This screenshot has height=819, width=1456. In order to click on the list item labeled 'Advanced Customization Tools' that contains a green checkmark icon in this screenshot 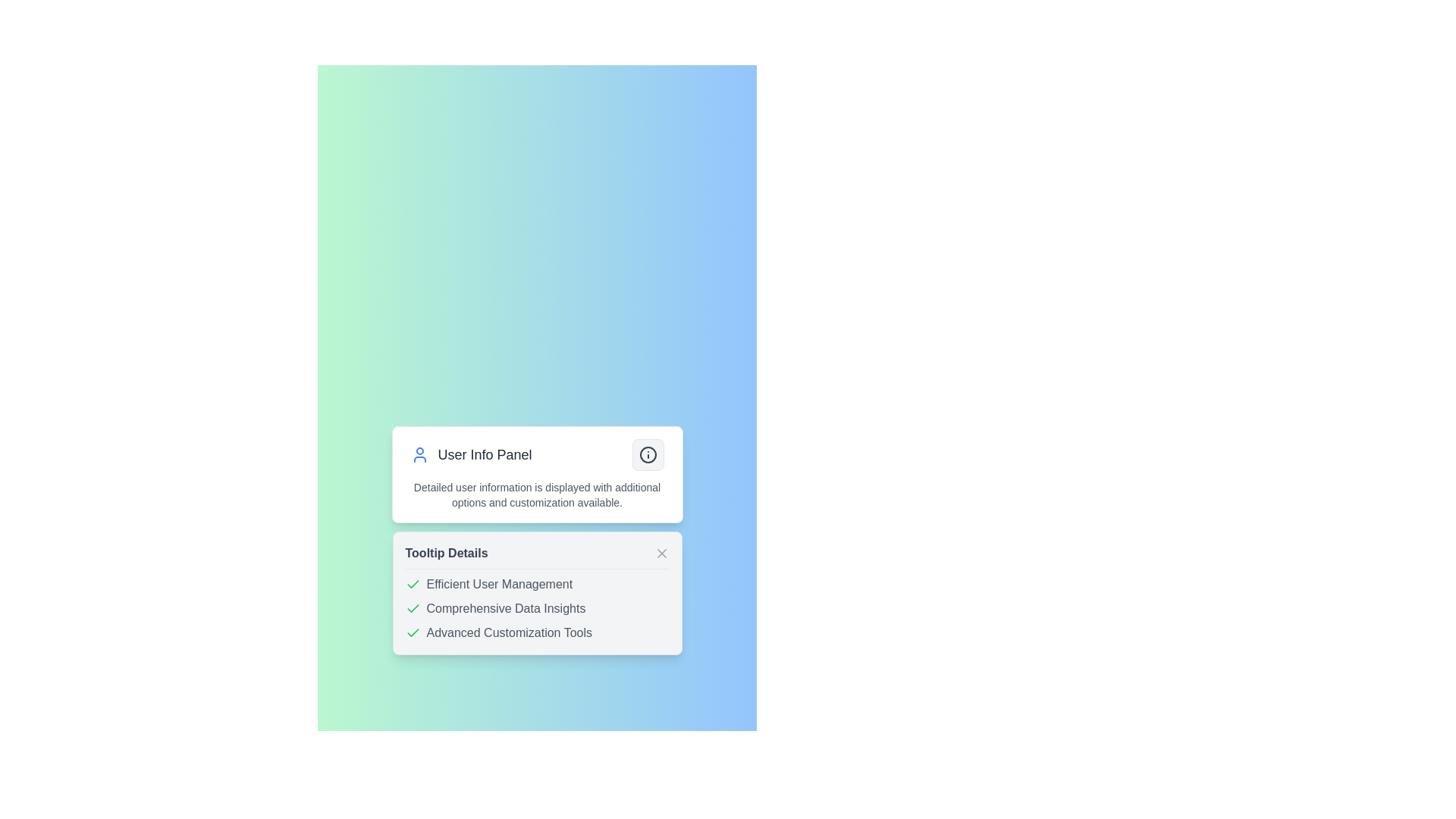, I will do `click(537, 632)`.